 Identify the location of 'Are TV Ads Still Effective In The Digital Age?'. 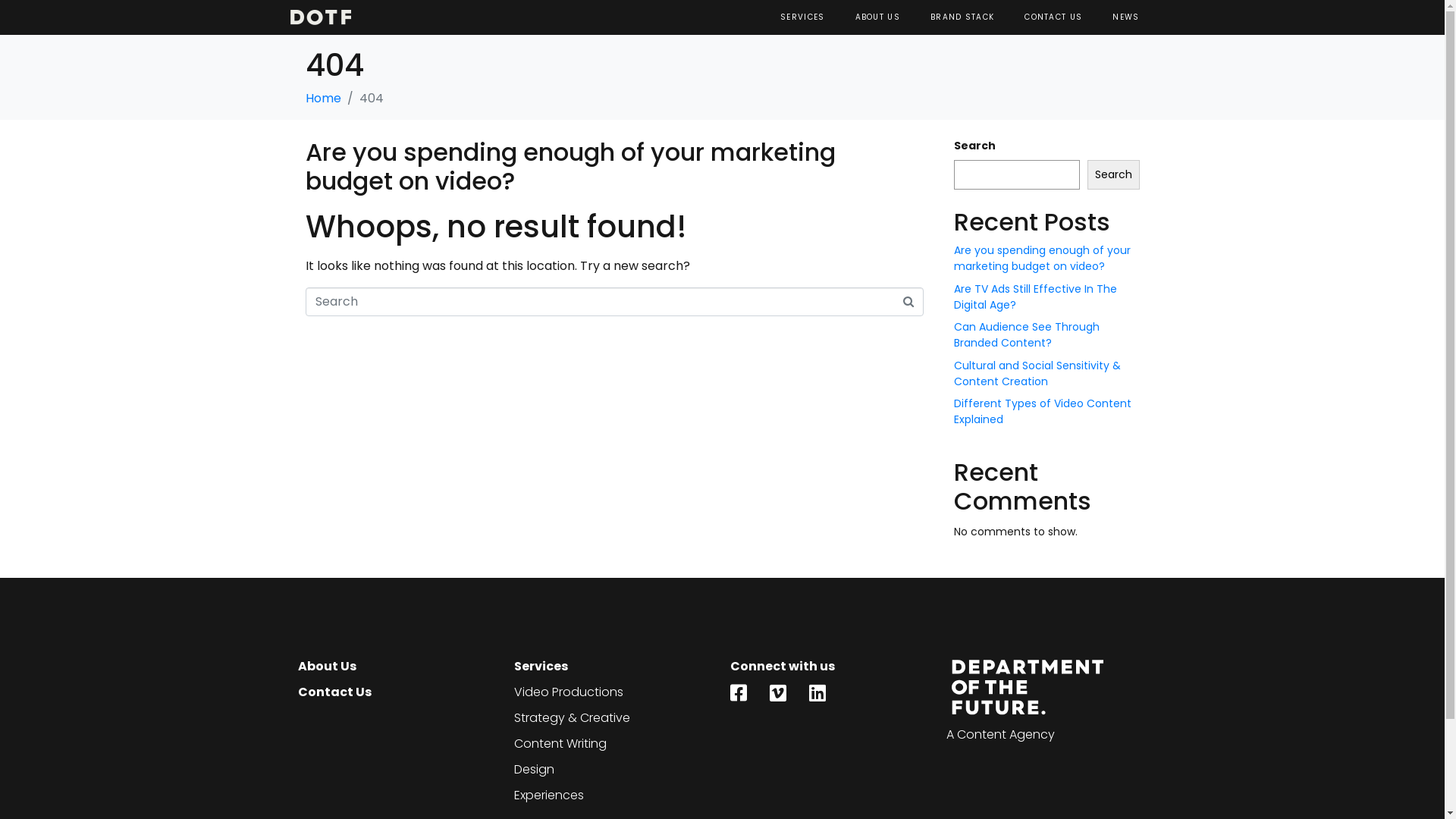
(1034, 297).